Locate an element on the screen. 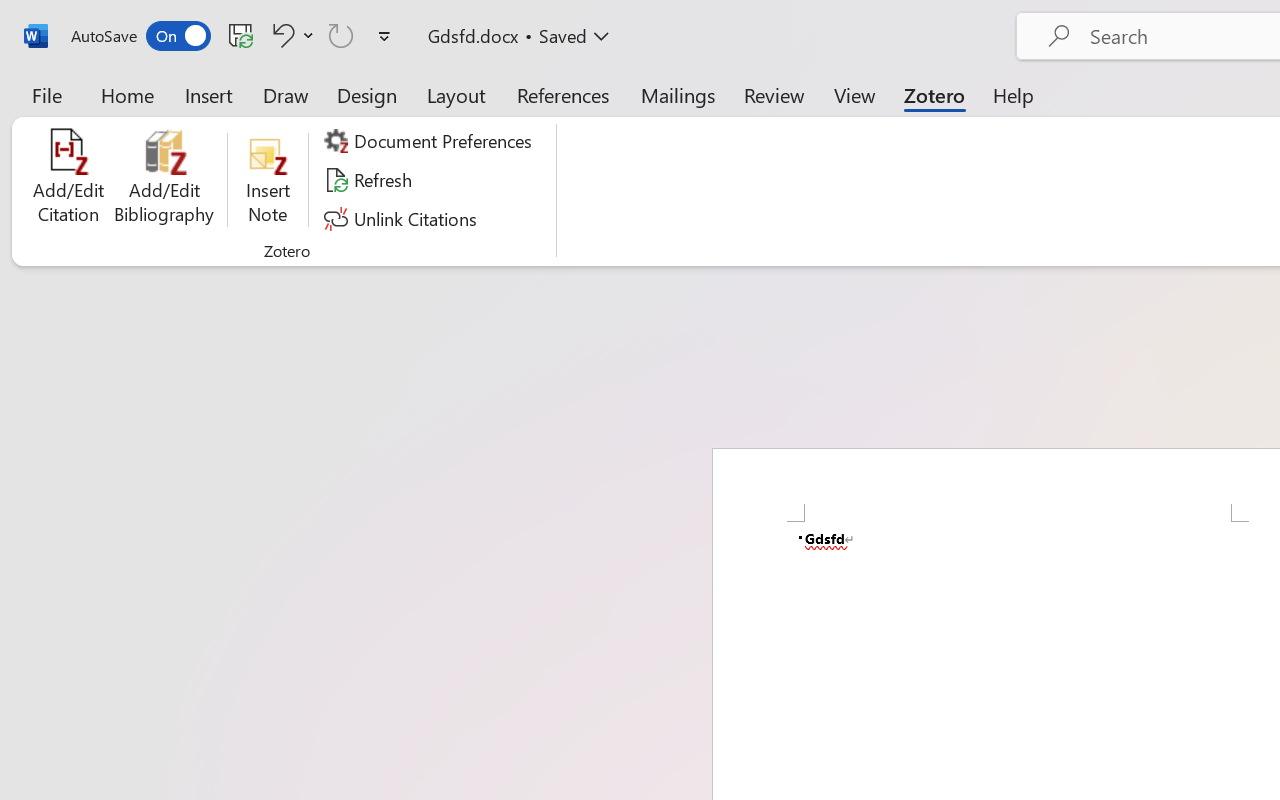  'Unlink Citations' is located at coordinates (402, 218).